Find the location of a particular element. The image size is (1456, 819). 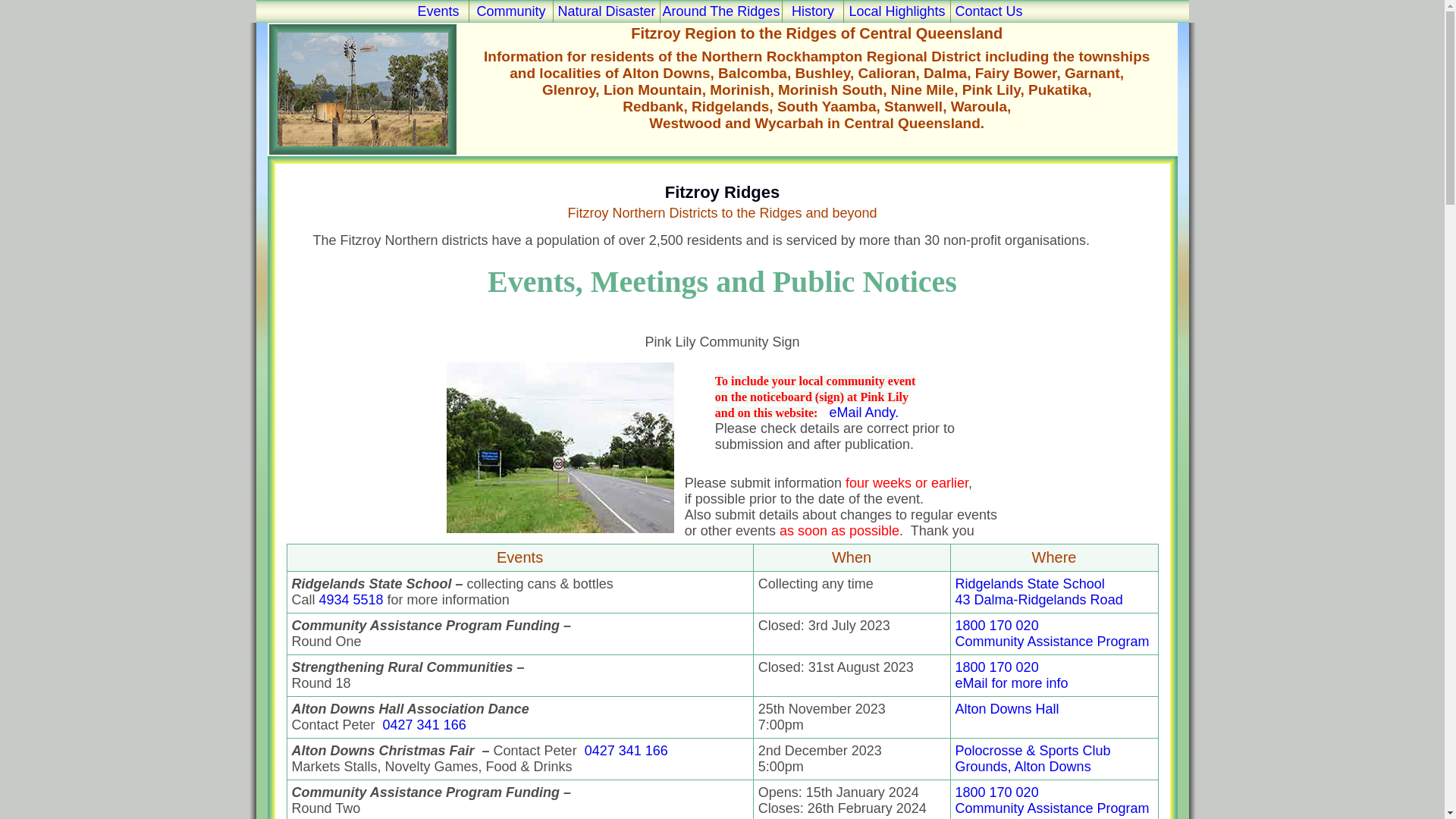

'Events' is located at coordinates (407, 11).